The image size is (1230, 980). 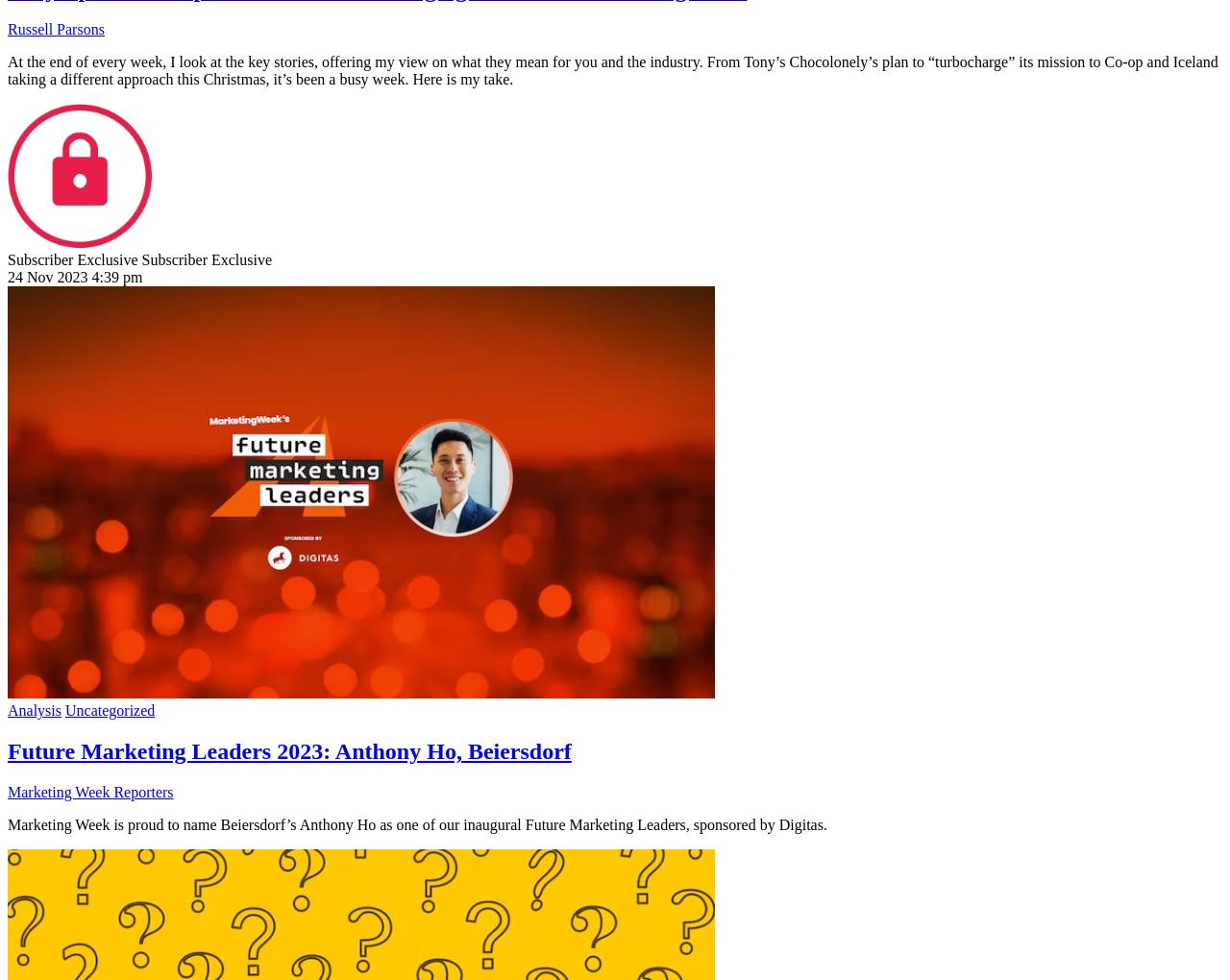 What do you see at coordinates (288, 750) in the screenshot?
I see `'Future Marketing Leaders 2023: Anthony Ho, Beiersdorf'` at bounding box center [288, 750].